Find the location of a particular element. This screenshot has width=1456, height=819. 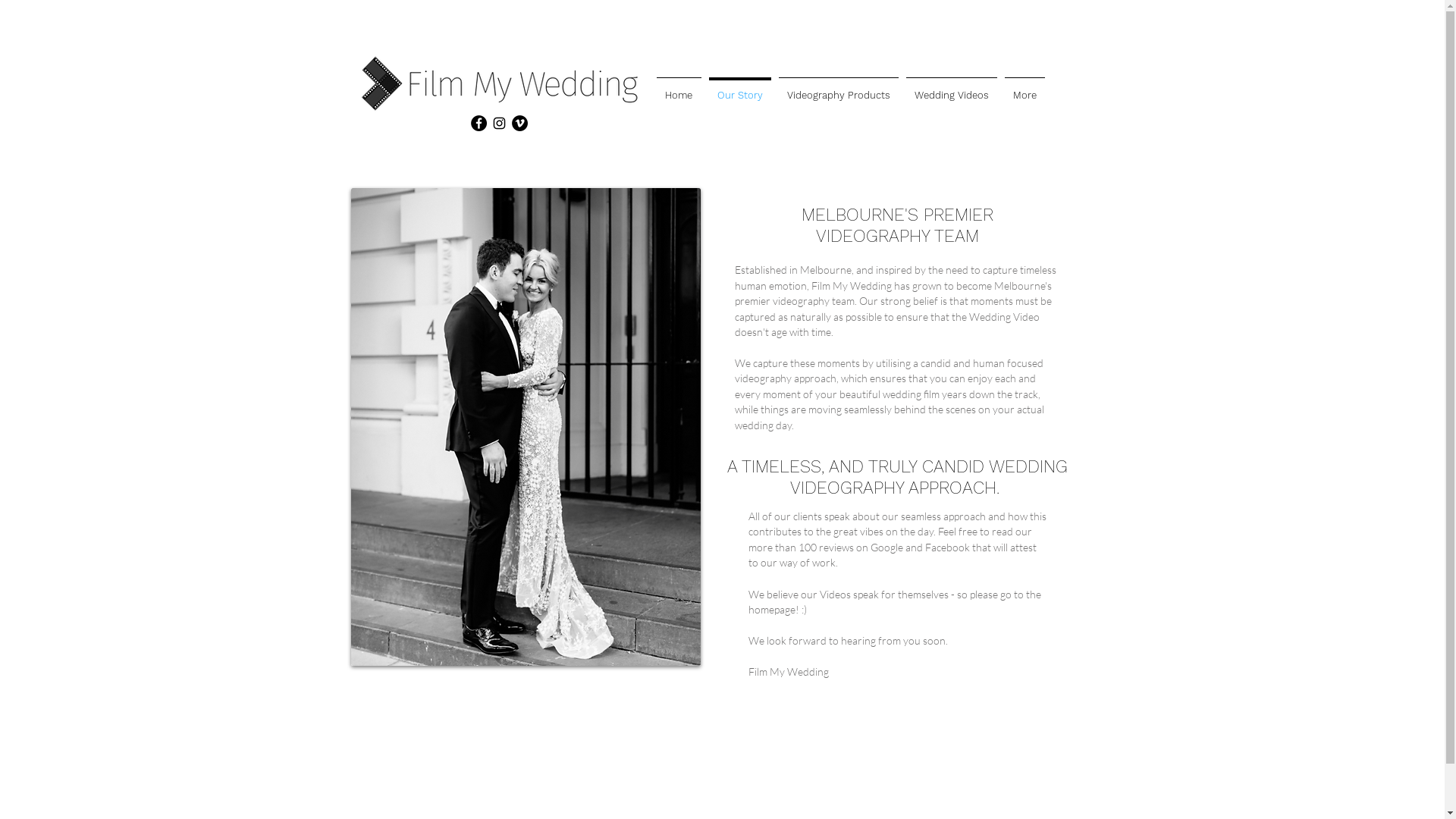

'Videography Products' is located at coordinates (837, 88).